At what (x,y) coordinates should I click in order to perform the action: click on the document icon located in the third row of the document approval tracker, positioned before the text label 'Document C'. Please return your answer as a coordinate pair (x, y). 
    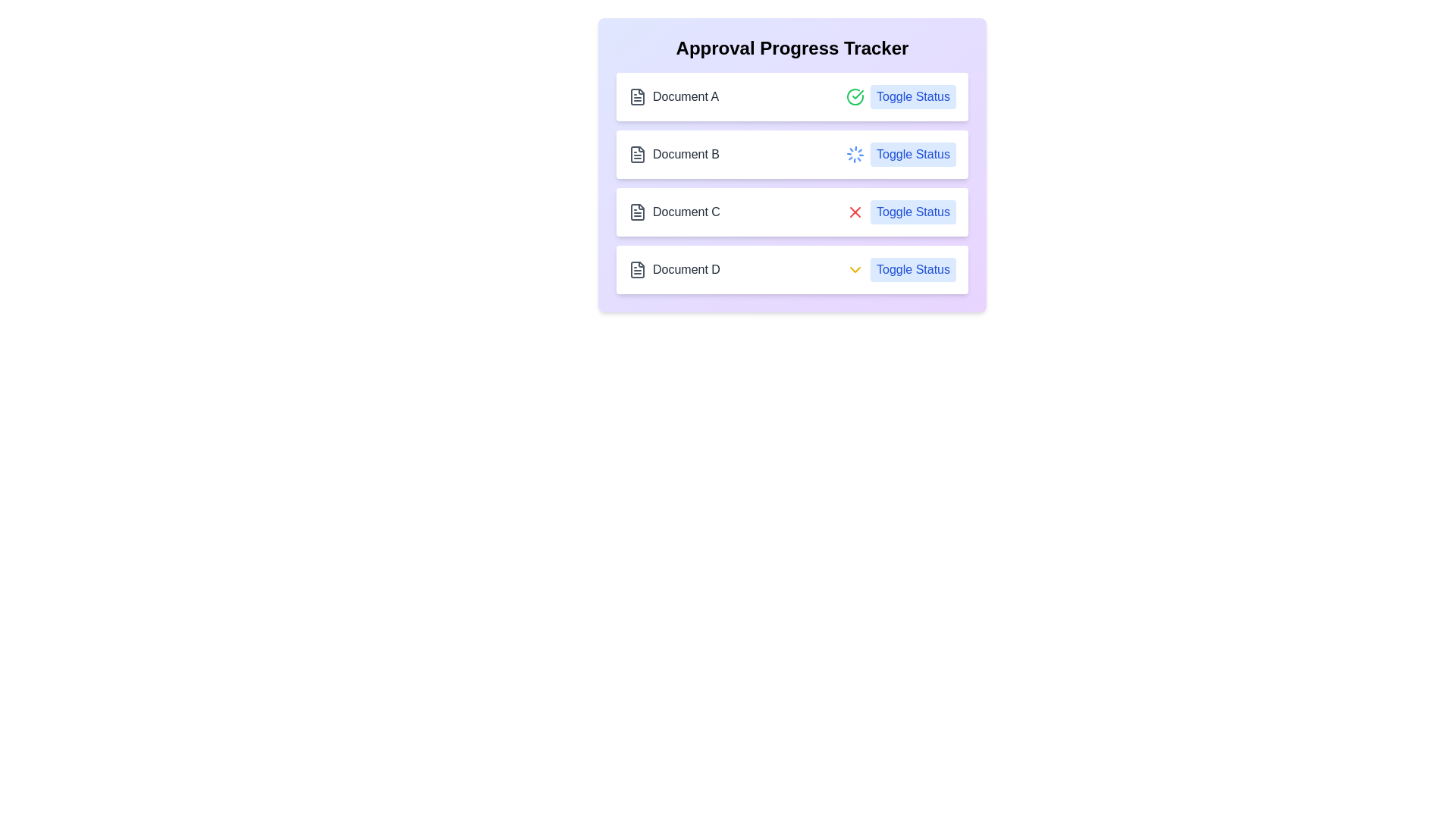
    Looking at the image, I should click on (637, 212).